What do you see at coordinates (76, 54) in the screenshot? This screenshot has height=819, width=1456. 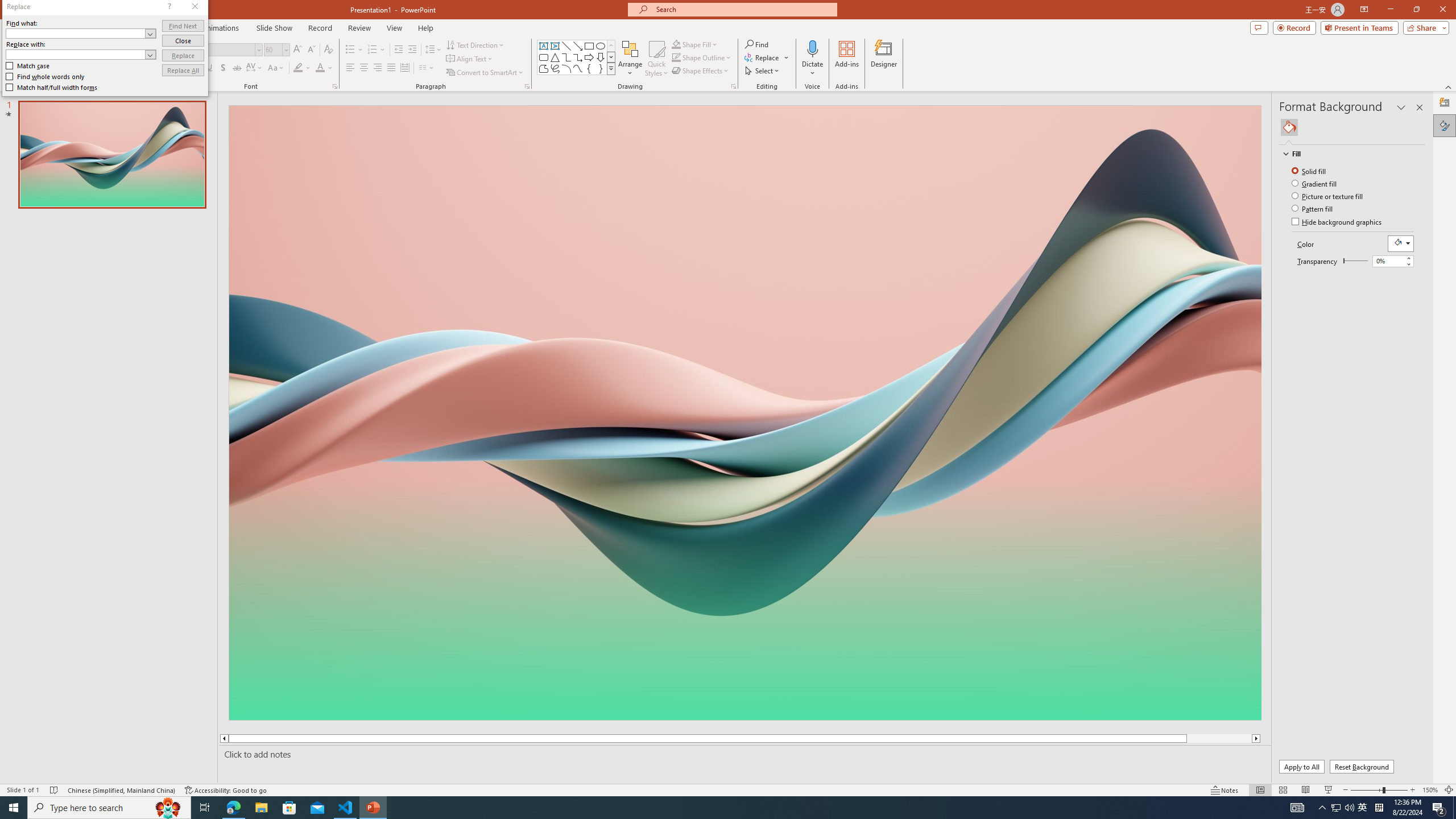 I see `'Replace with'` at bounding box center [76, 54].